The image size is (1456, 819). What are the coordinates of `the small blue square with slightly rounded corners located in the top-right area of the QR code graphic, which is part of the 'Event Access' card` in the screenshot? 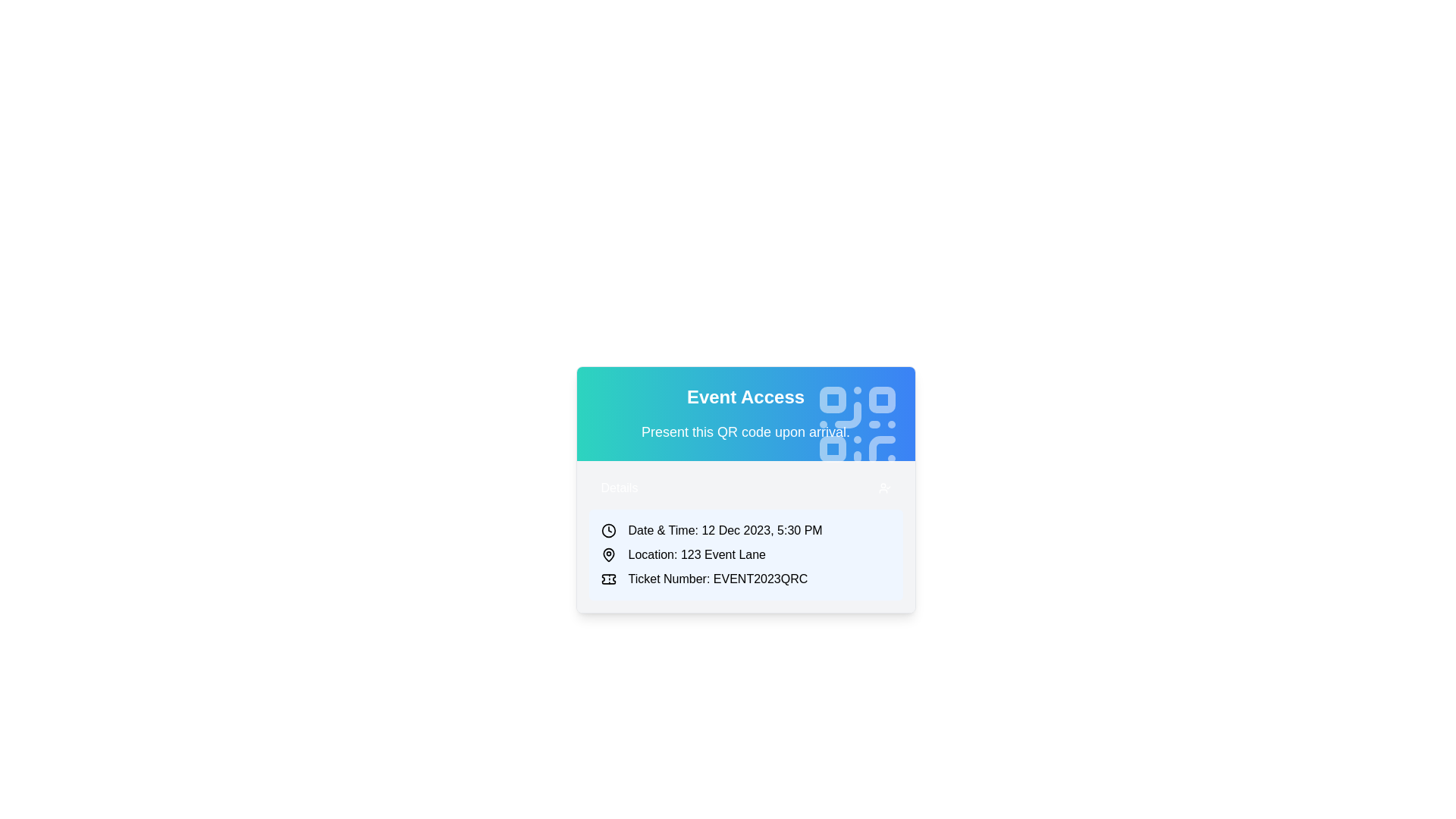 It's located at (881, 399).